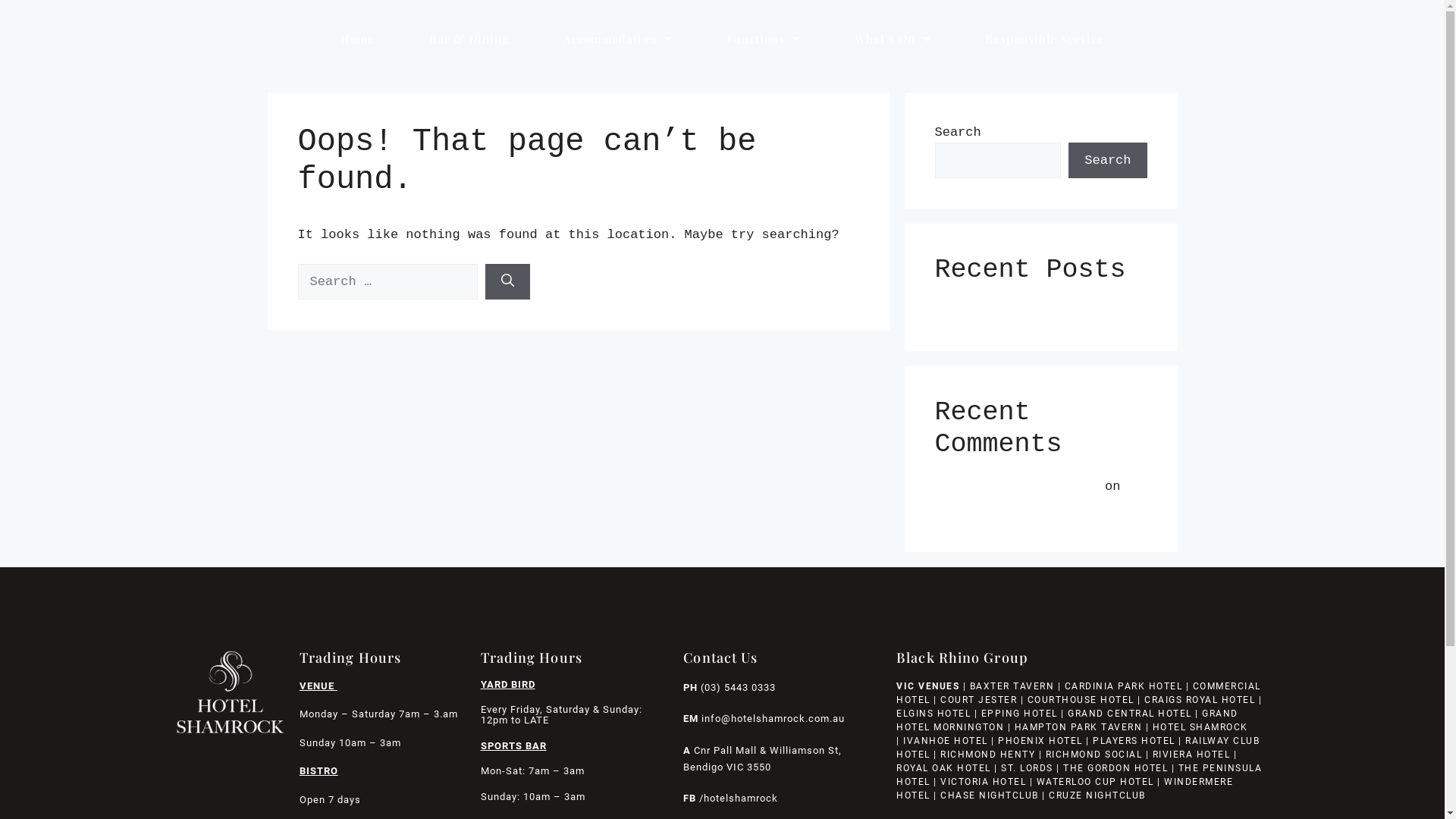 The image size is (1456, 819). I want to click on 'PHOENIX HOTEL', so click(997, 739).